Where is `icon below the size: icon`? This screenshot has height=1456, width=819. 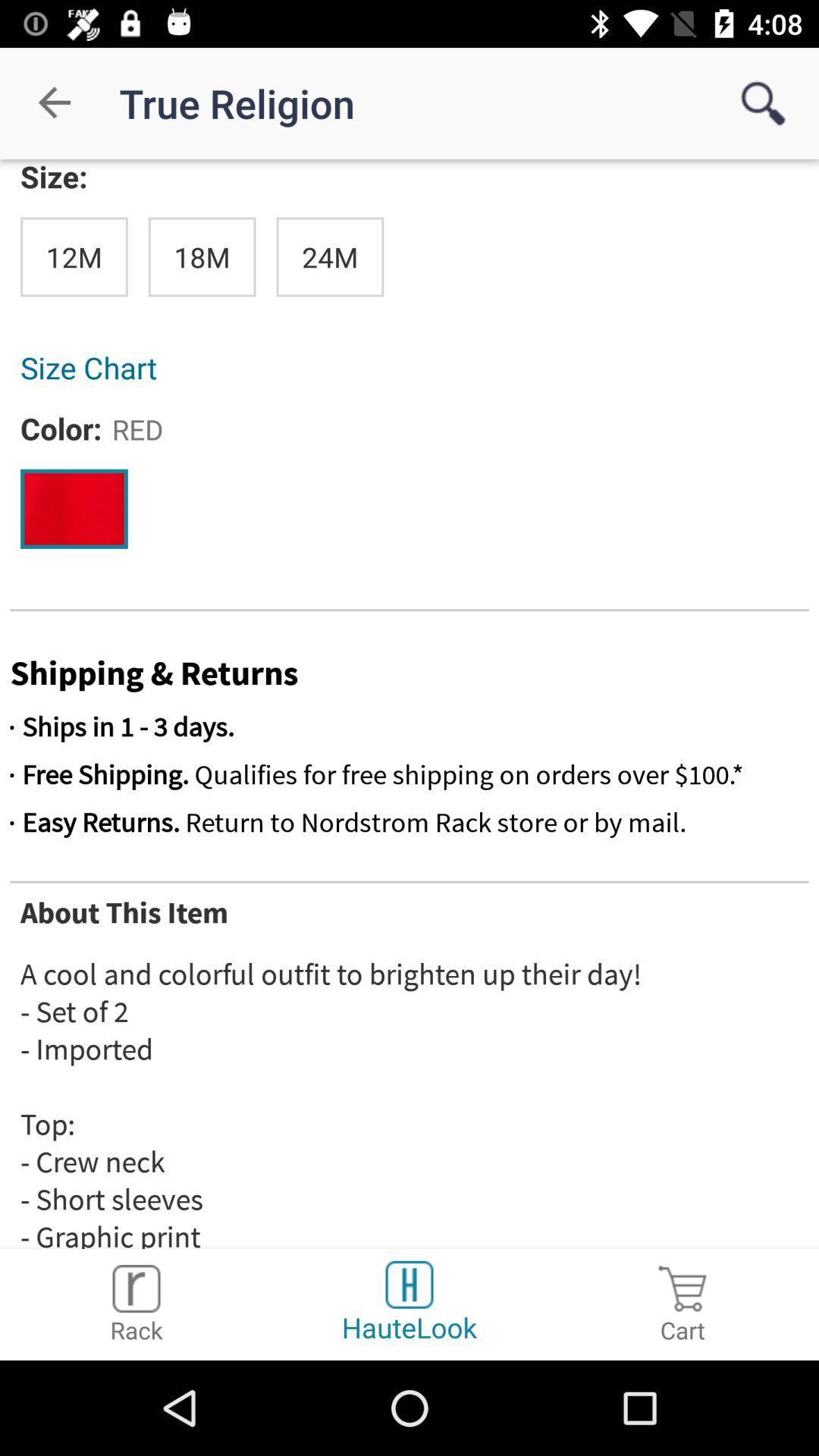
icon below the size: icon is located at coordinates (74, 257).